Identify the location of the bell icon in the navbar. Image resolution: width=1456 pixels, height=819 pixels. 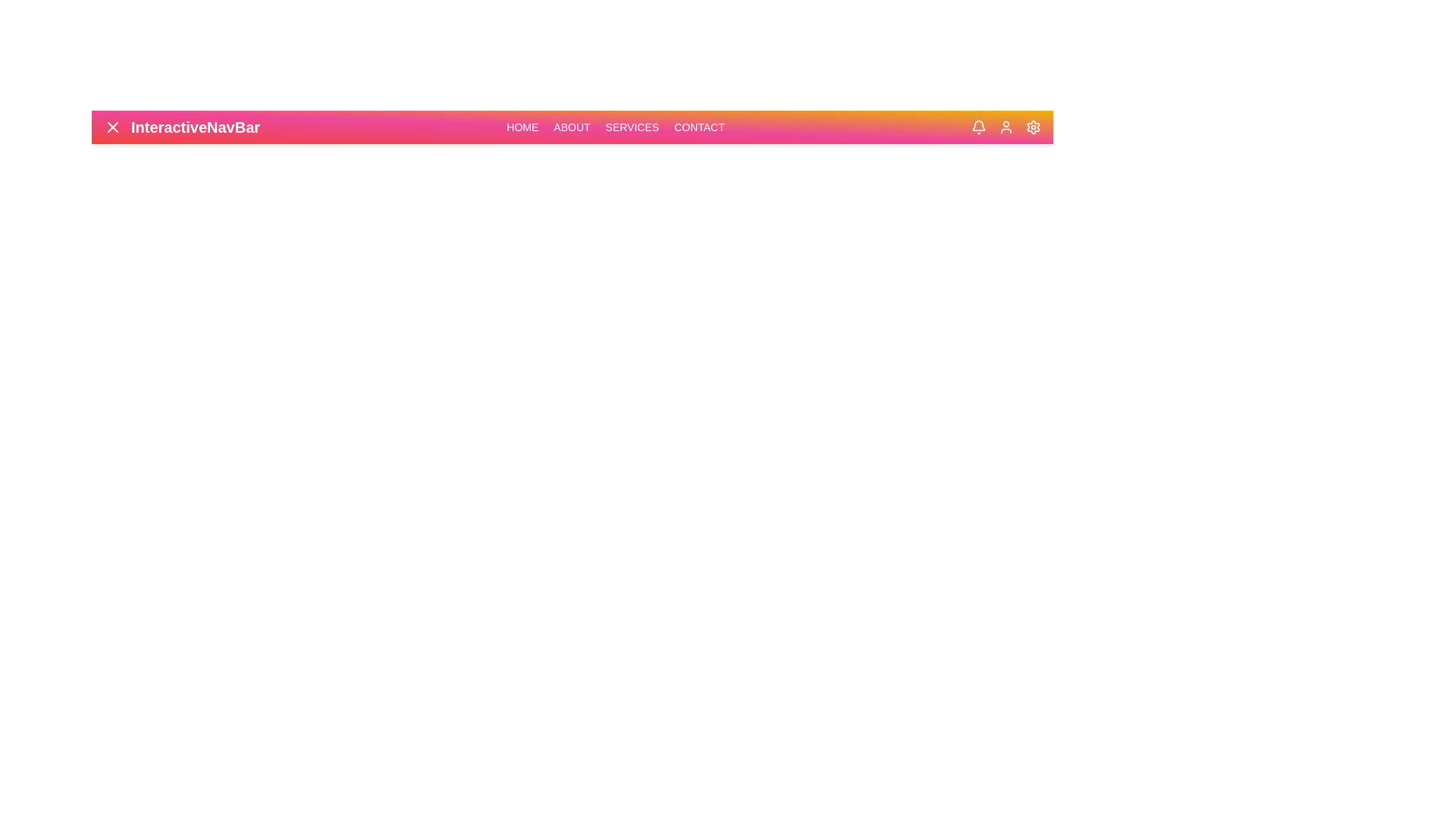
(979, 127).